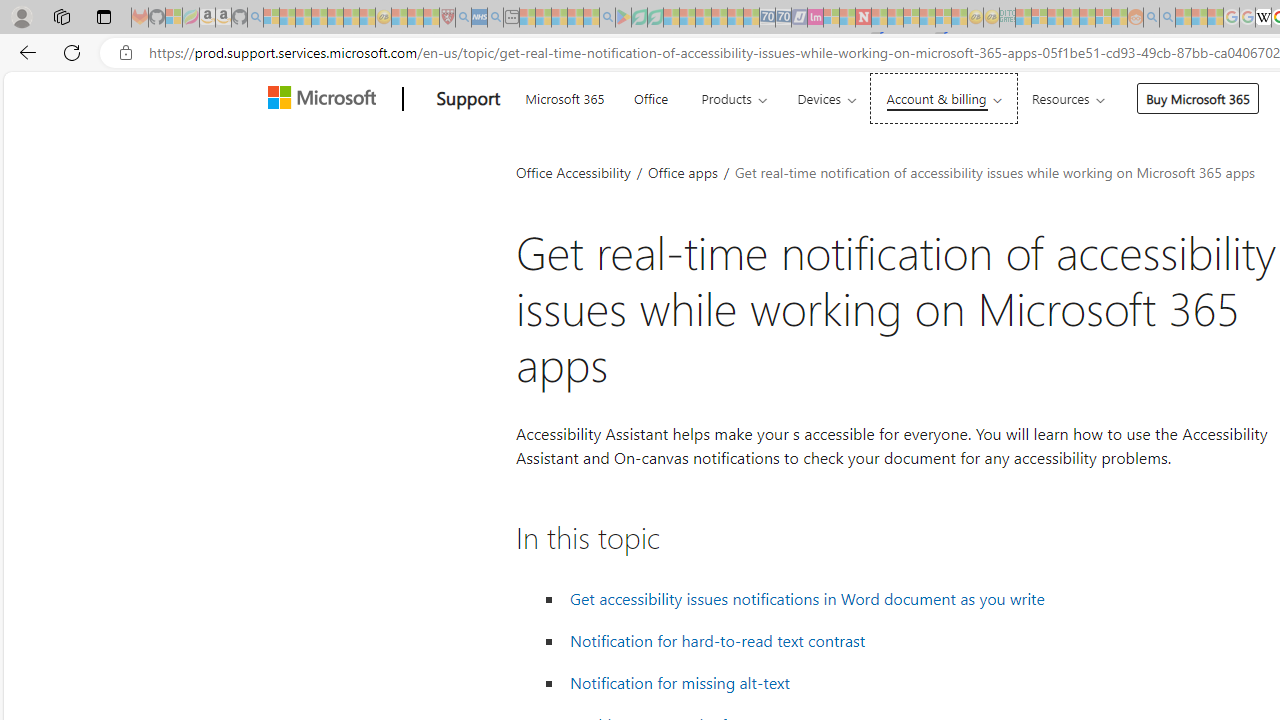 Image resolution: width=1280 pixels, height=720 pixels. I want to click on 'DITOGAMES AG Imprint - Sleeping', so click(1007, 17).